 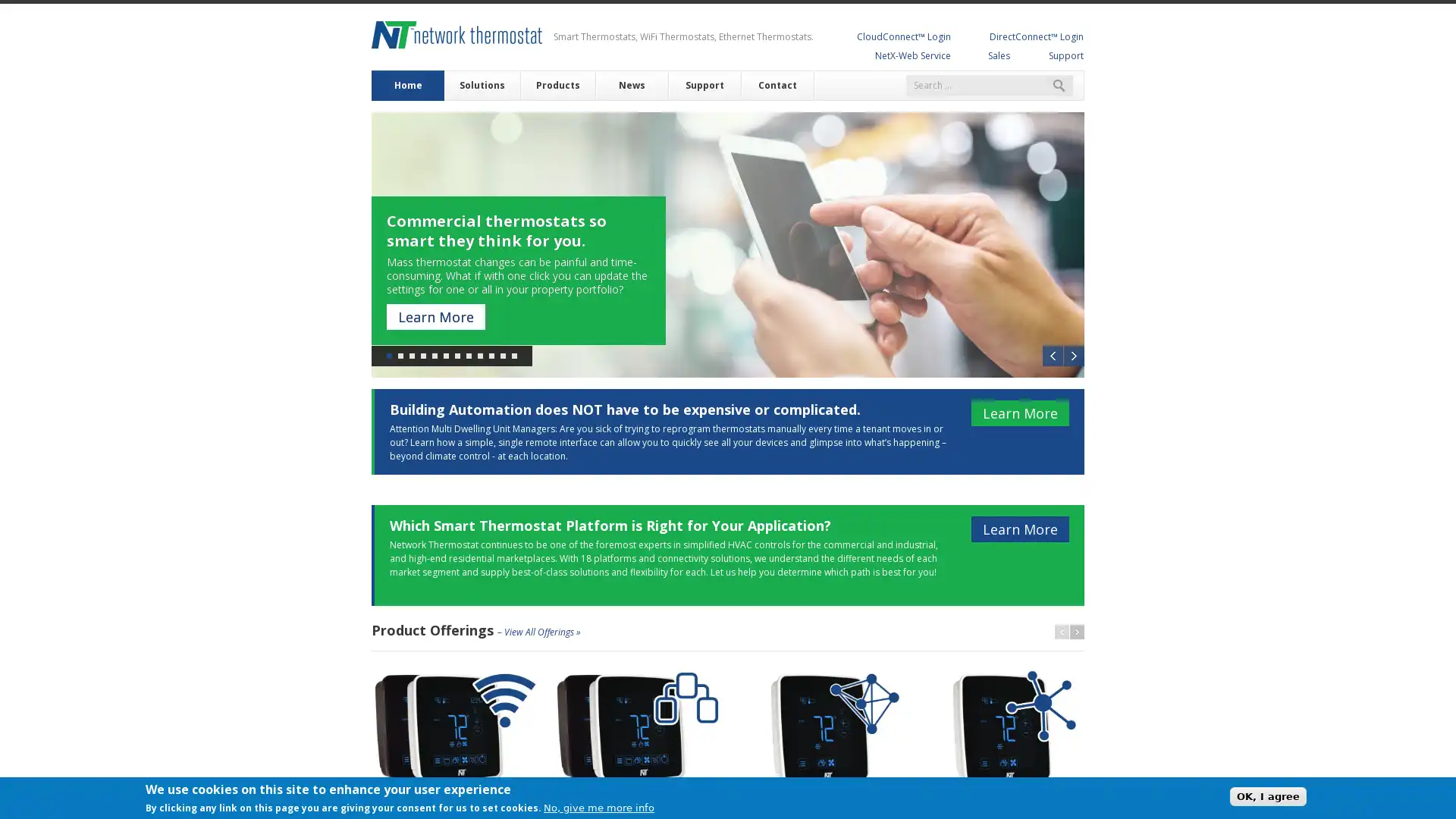 I want to click on No, give me more info, so click(x=598, y=807).